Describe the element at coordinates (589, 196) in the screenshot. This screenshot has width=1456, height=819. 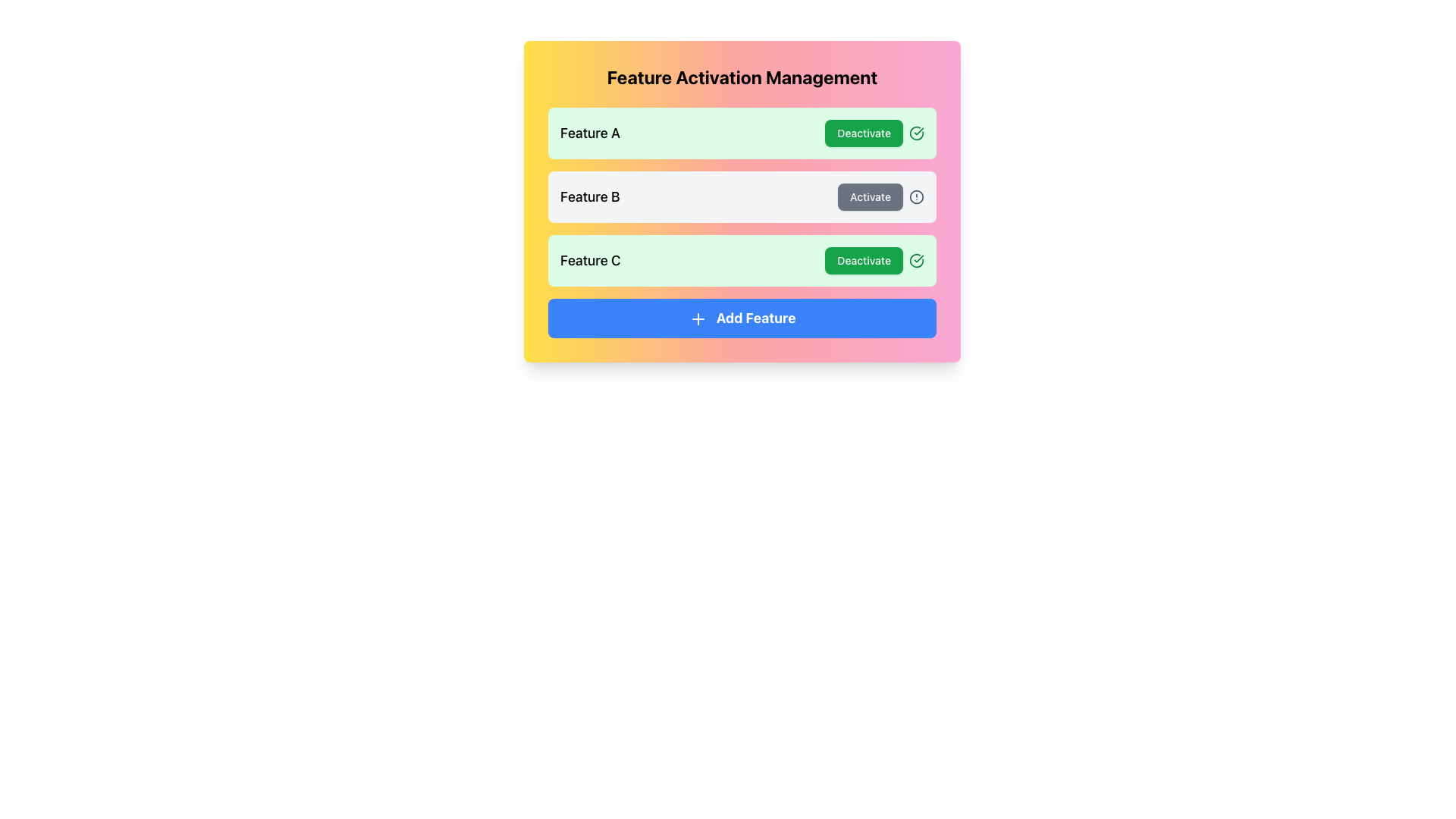
I see `the text label displaying 'Feature B', which is centrally located in the second row of feature items and positioned to the left of the 'Activate' button` at that location.